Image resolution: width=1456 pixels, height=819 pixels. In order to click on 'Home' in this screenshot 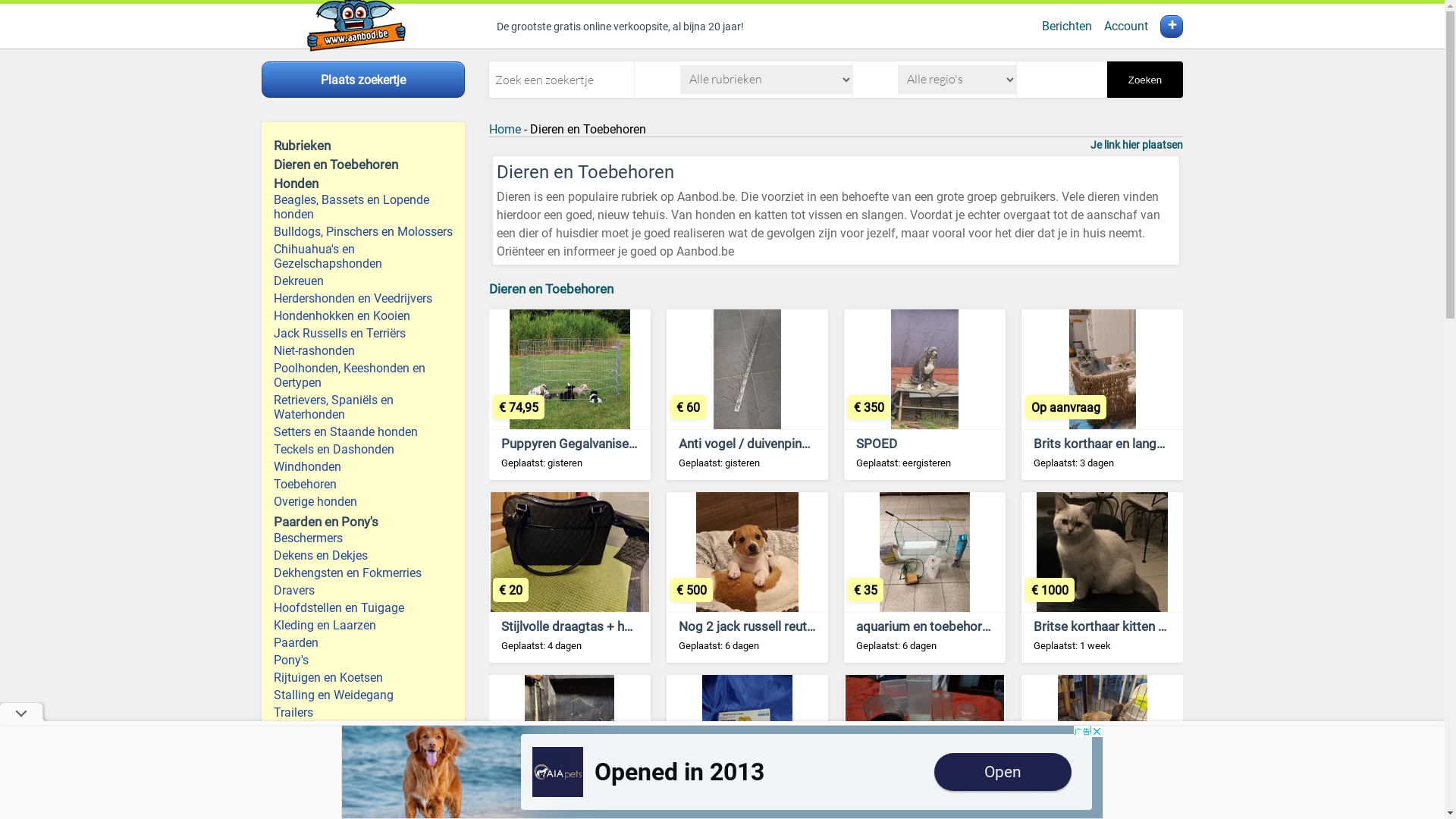, I will do `click(505, 128)`.